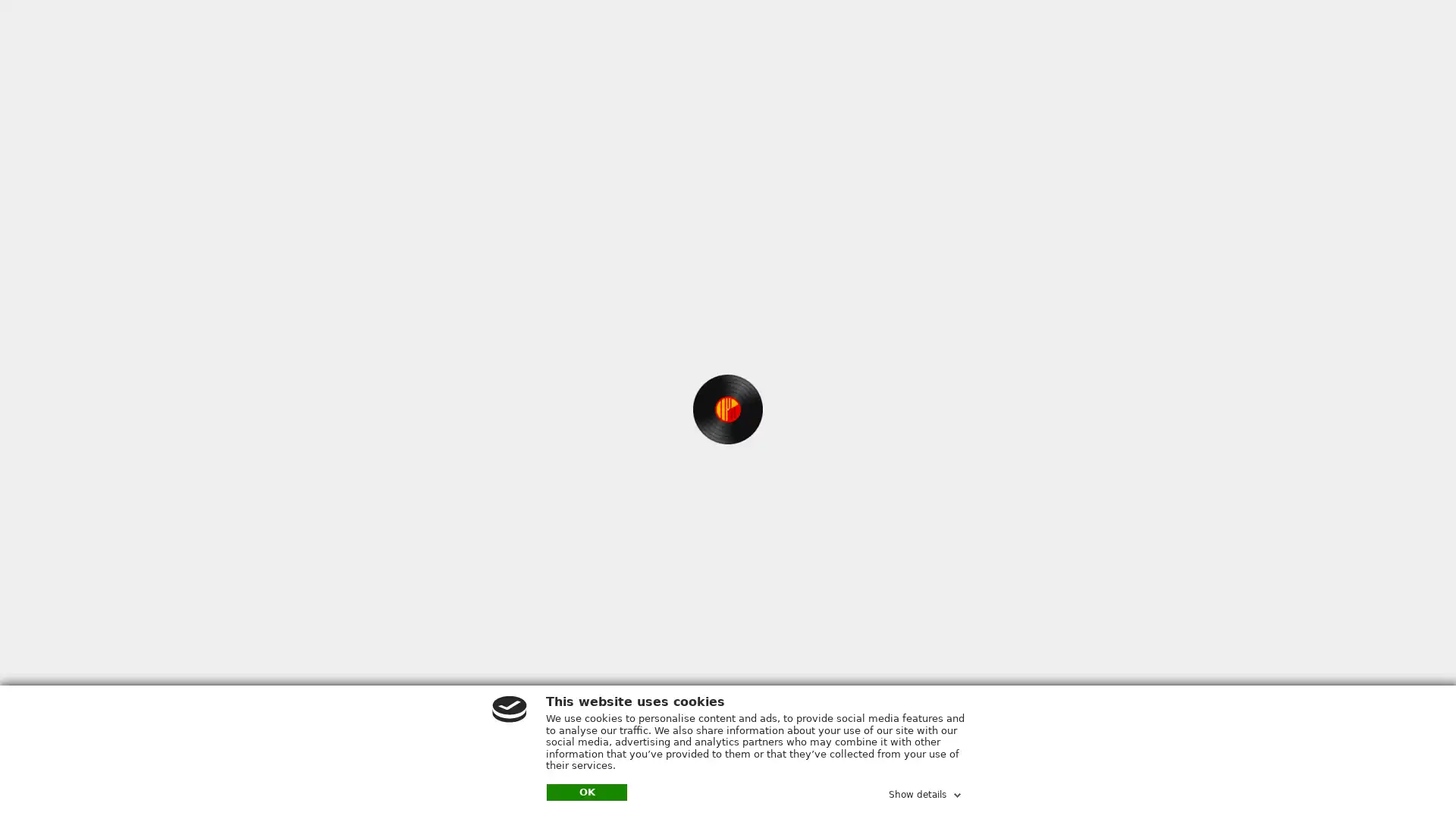 This screenshot has width=1456, height=819. I want to click on add to wish list, so click(829, 259).